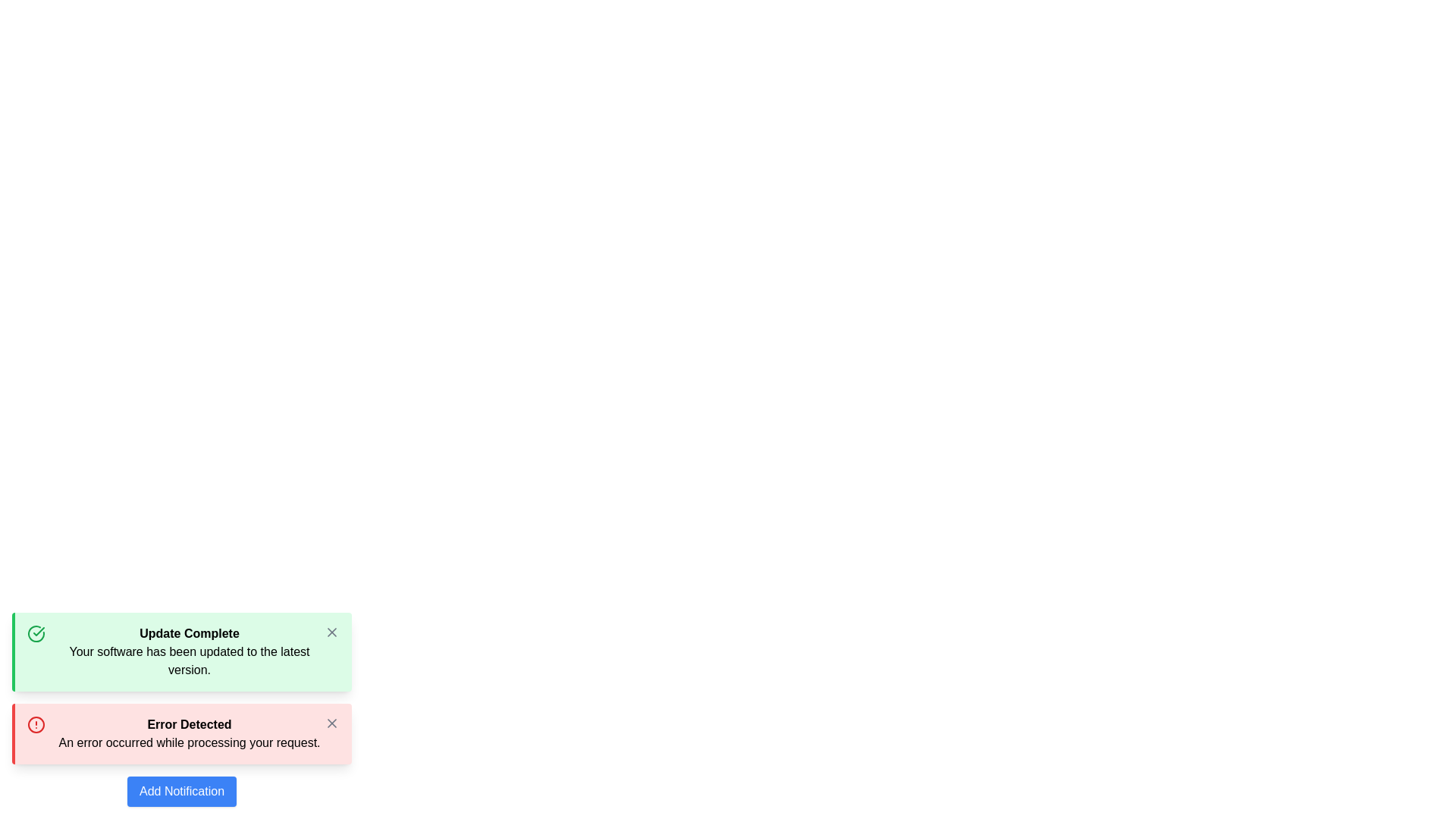 The height and width of the screenshot is (819, 1456). I want to click on the textual notification displaying the message 'Your software has been updated to the latest version.' which is located below the heading 'Update Complete' in a notification card with a light green background, so click(188, 660).